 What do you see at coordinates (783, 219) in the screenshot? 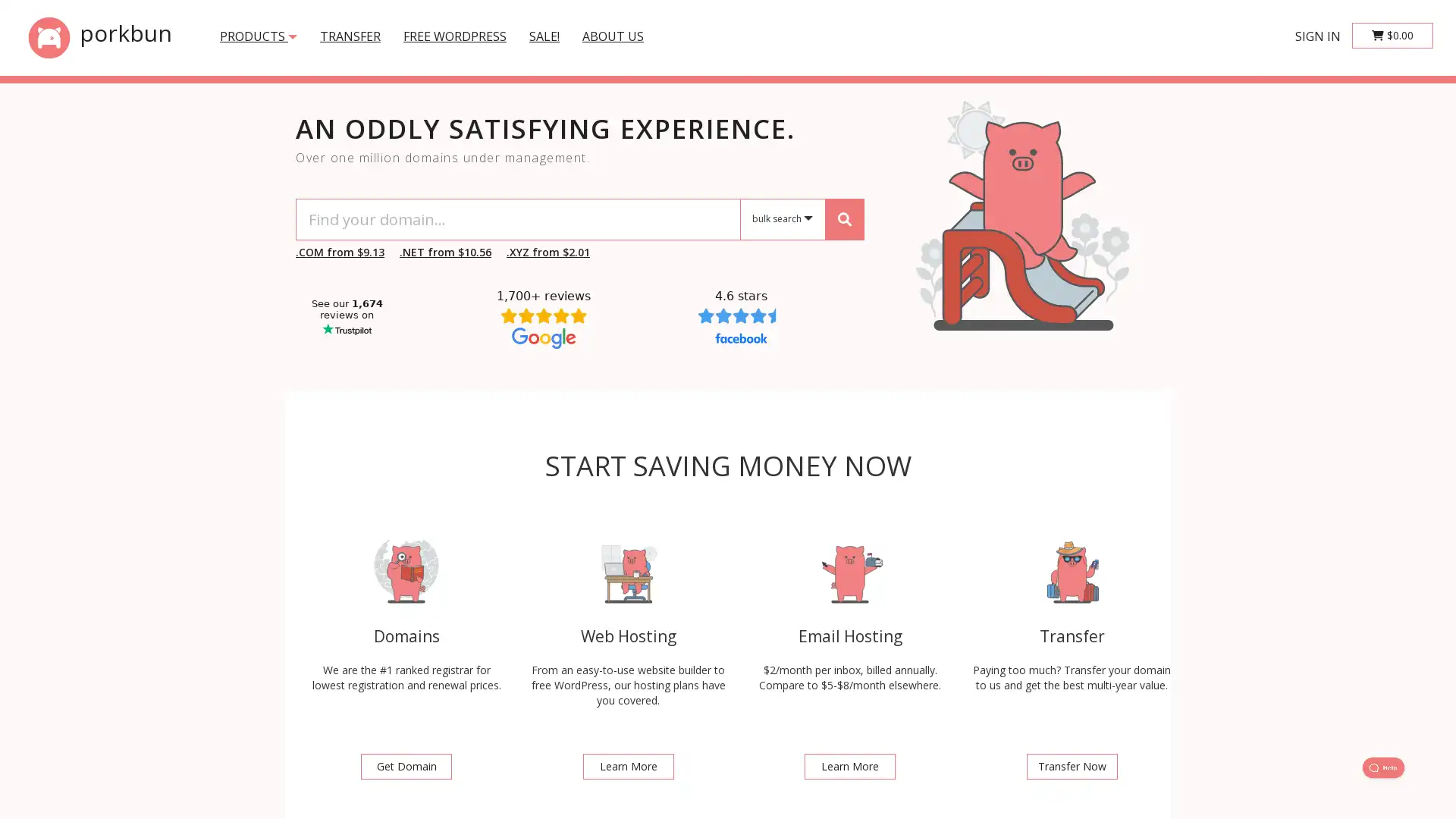
I see `open bulk search` at bounding box center [783, 219].